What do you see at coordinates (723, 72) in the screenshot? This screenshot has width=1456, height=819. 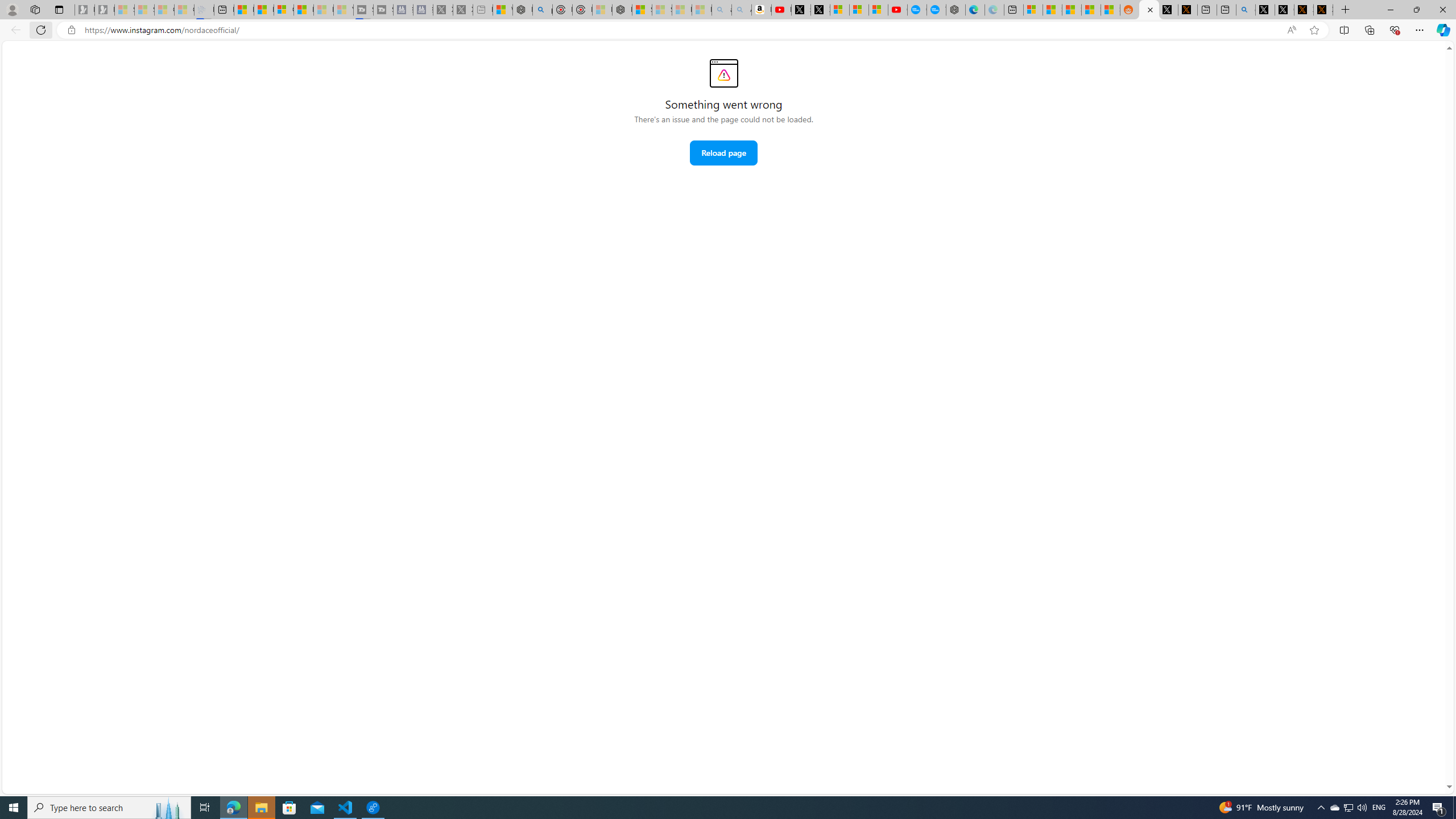 I see `'Error'` at bounding box center [723, 72].